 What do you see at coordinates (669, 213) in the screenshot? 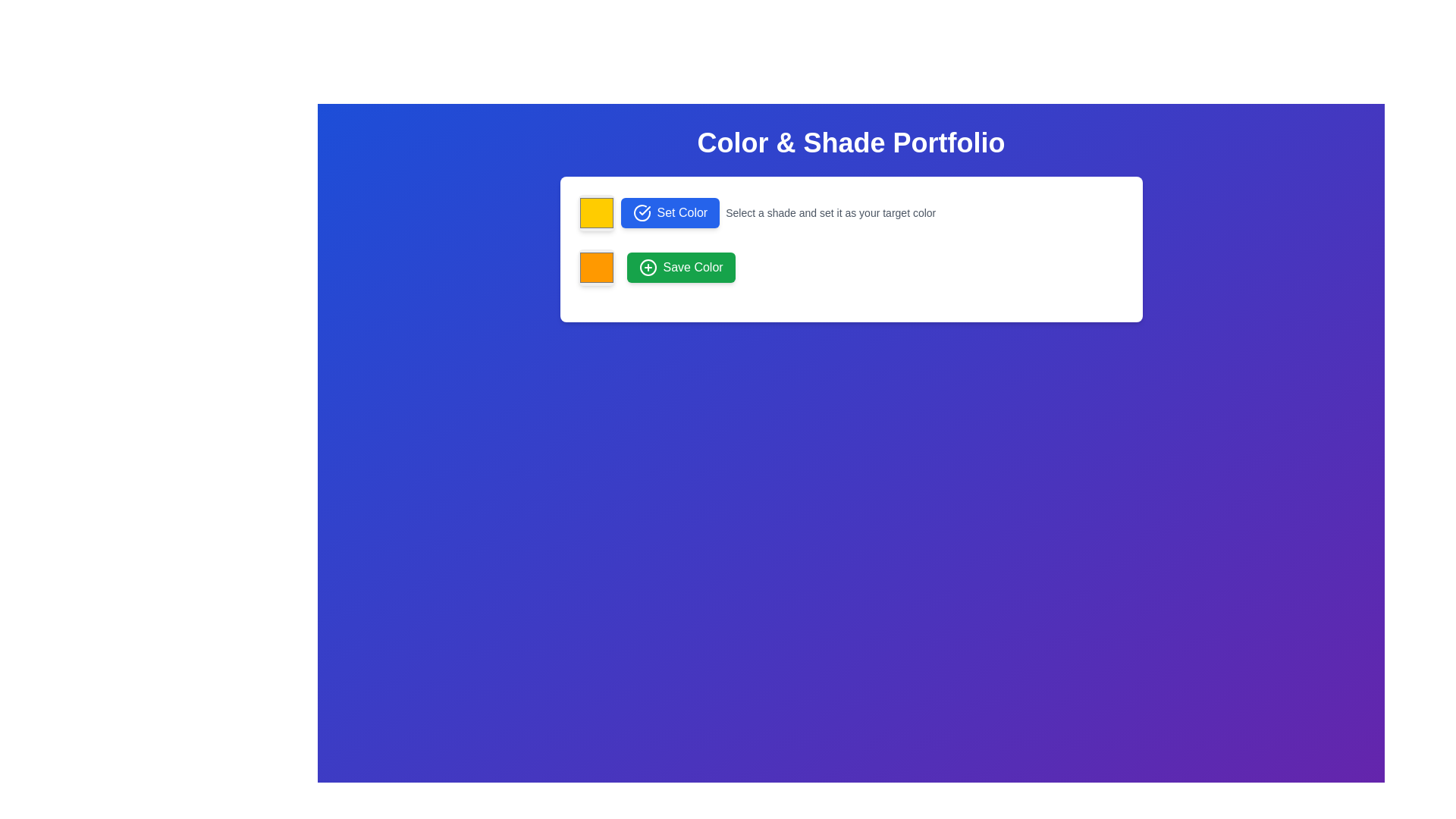
I see `the 'Set Color' button, which has a blue background and contains white text` at bounding box center [669, 213].